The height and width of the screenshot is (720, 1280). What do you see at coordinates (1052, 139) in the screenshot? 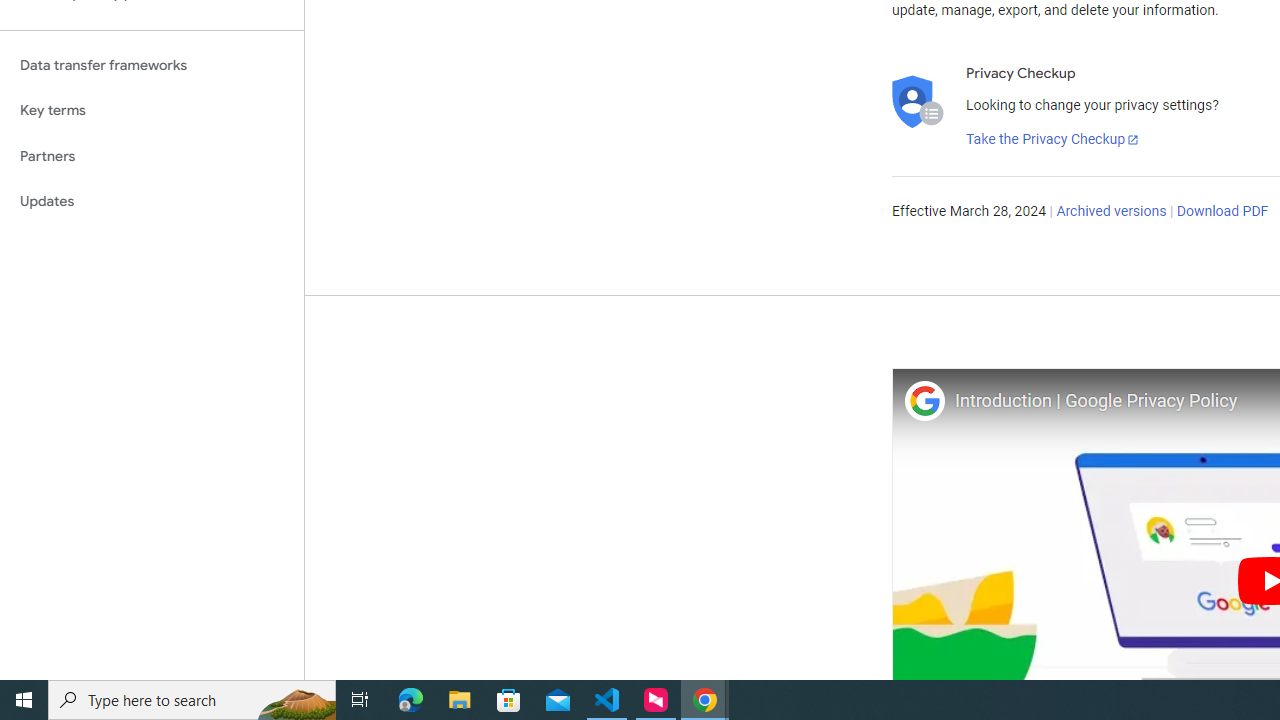
I see `'Take the Privacy Checkup'` at bounding box center [1052, 139].